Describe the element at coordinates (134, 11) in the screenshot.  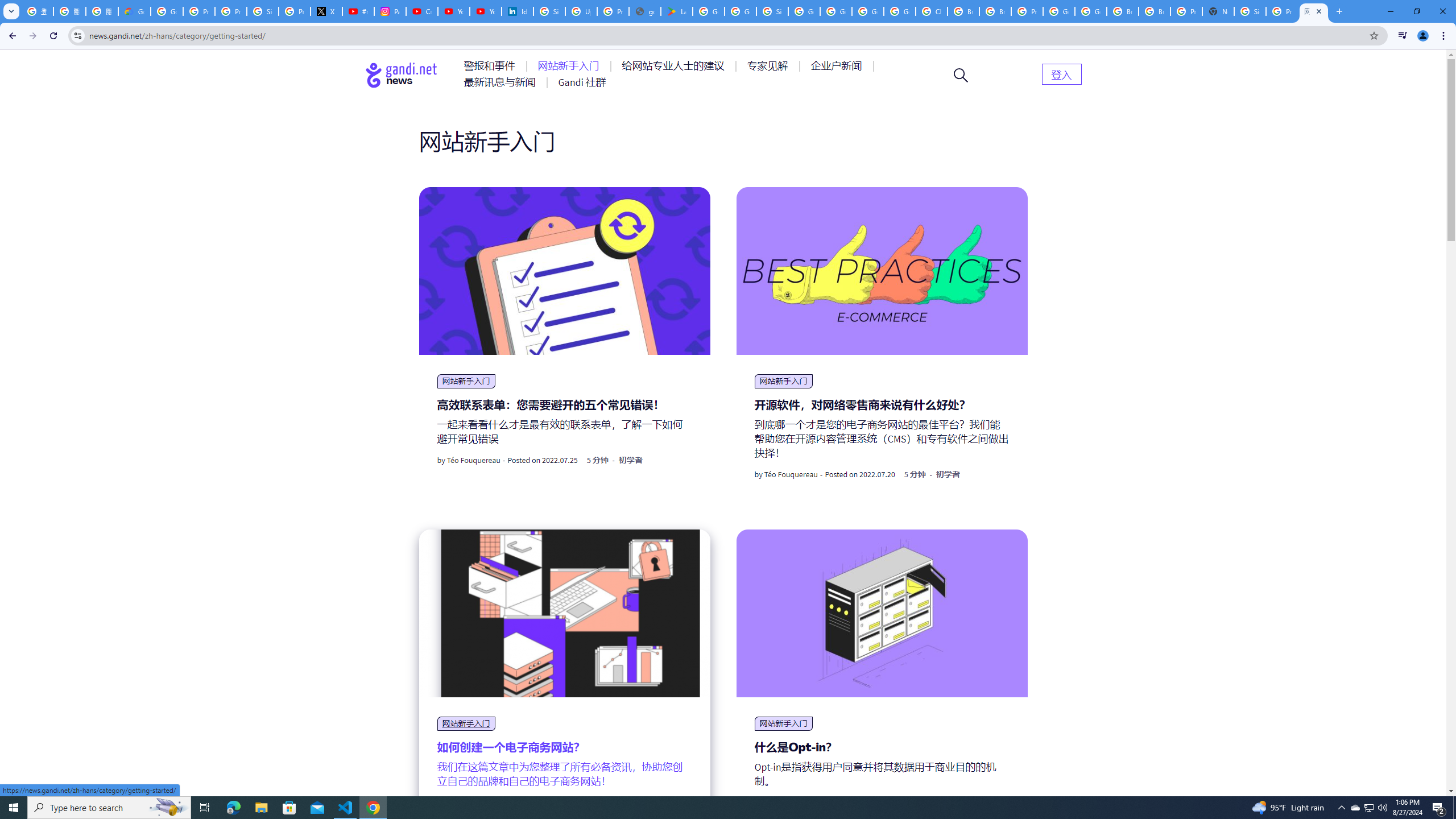
I see `'Google Cloud Privacy Notice'` at that location.